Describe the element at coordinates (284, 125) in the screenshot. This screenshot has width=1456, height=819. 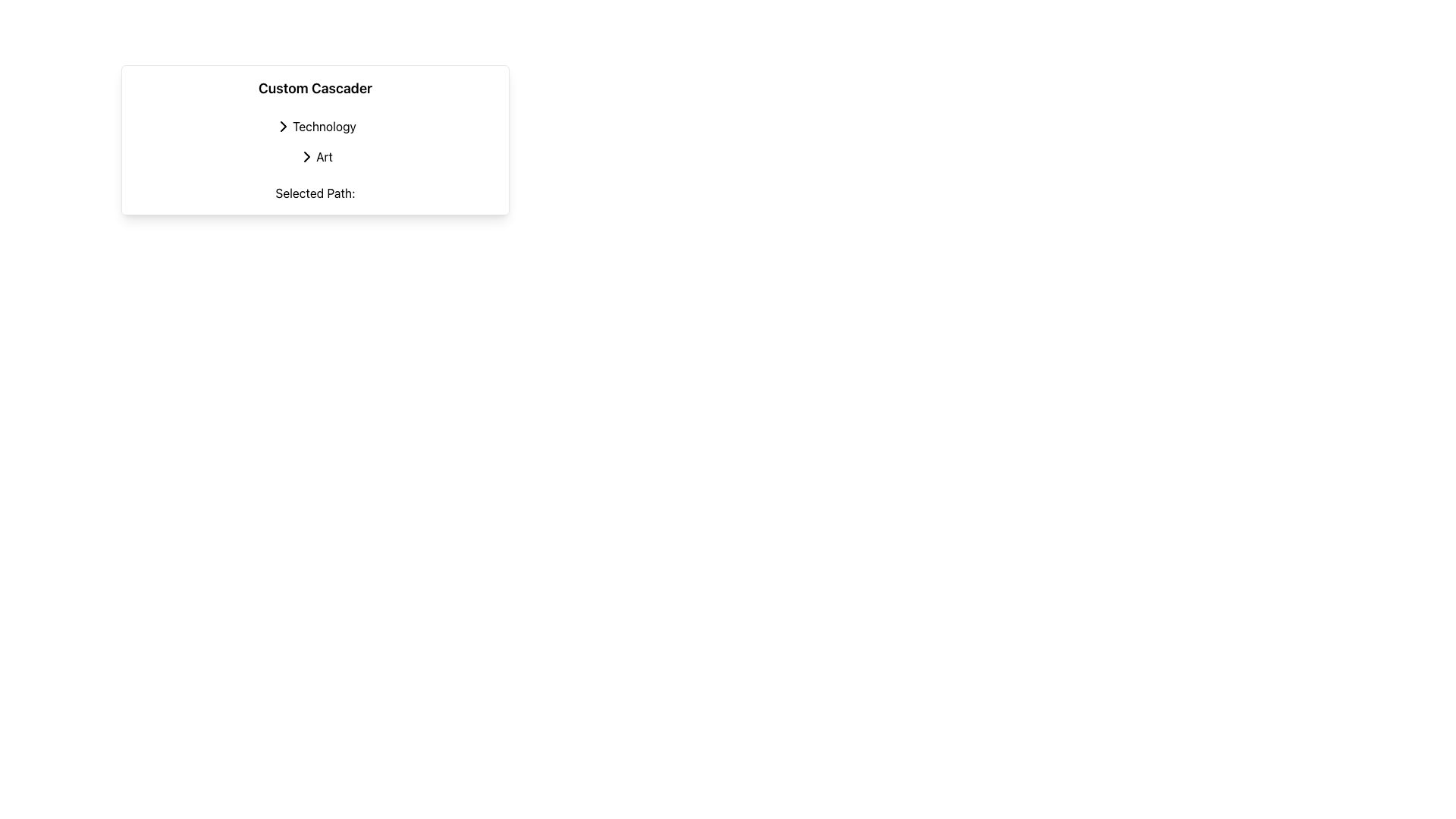
I see `the rightward-facing chevron icon next to the 'Technology' label` at that location.